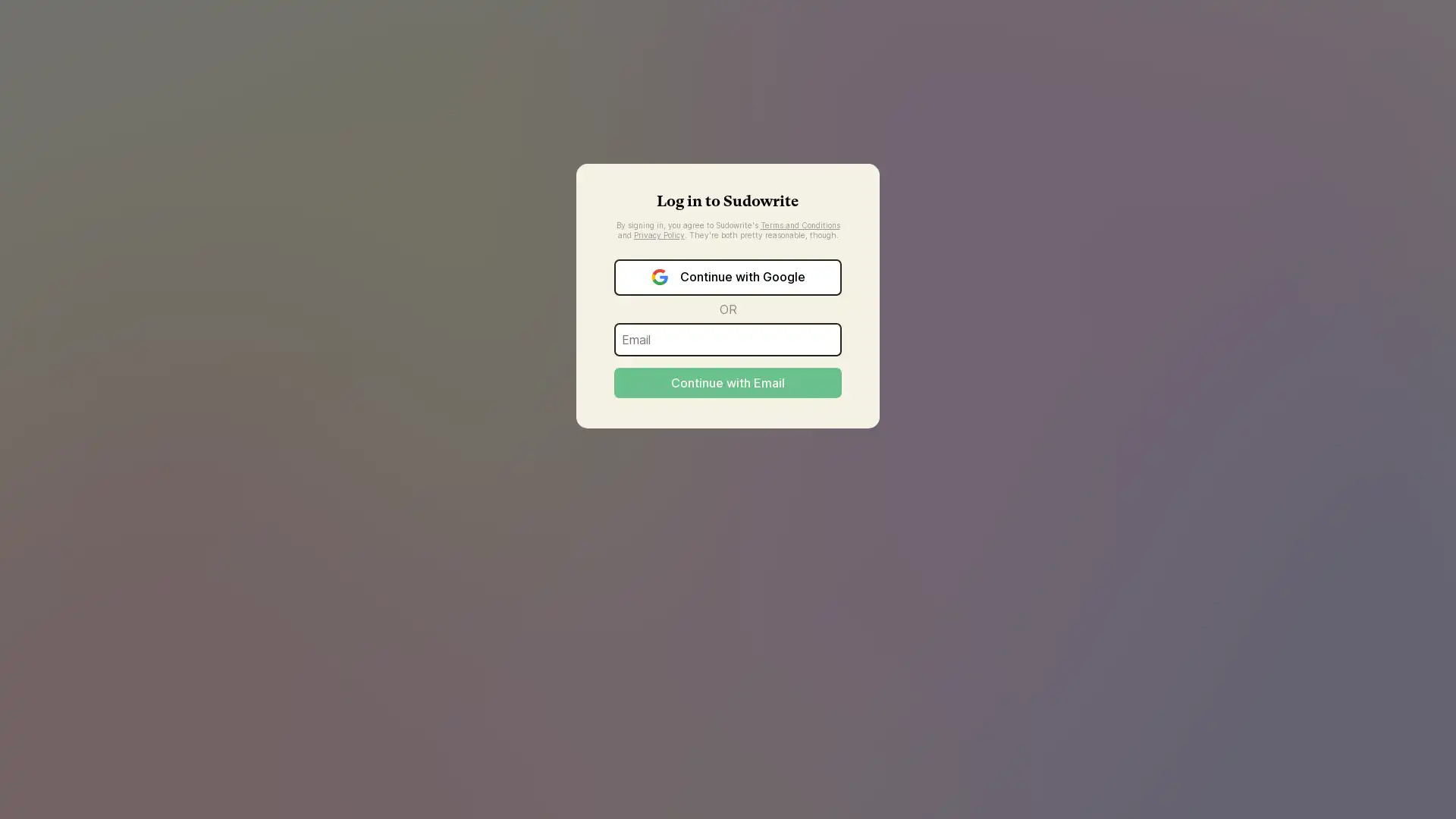 Image resolution: width=1456 pixels, height=819 pixels. What do you see at coordinates (728, 381) in the screenshot?
I see `Continue with Email` at bounding box center [728, 381].